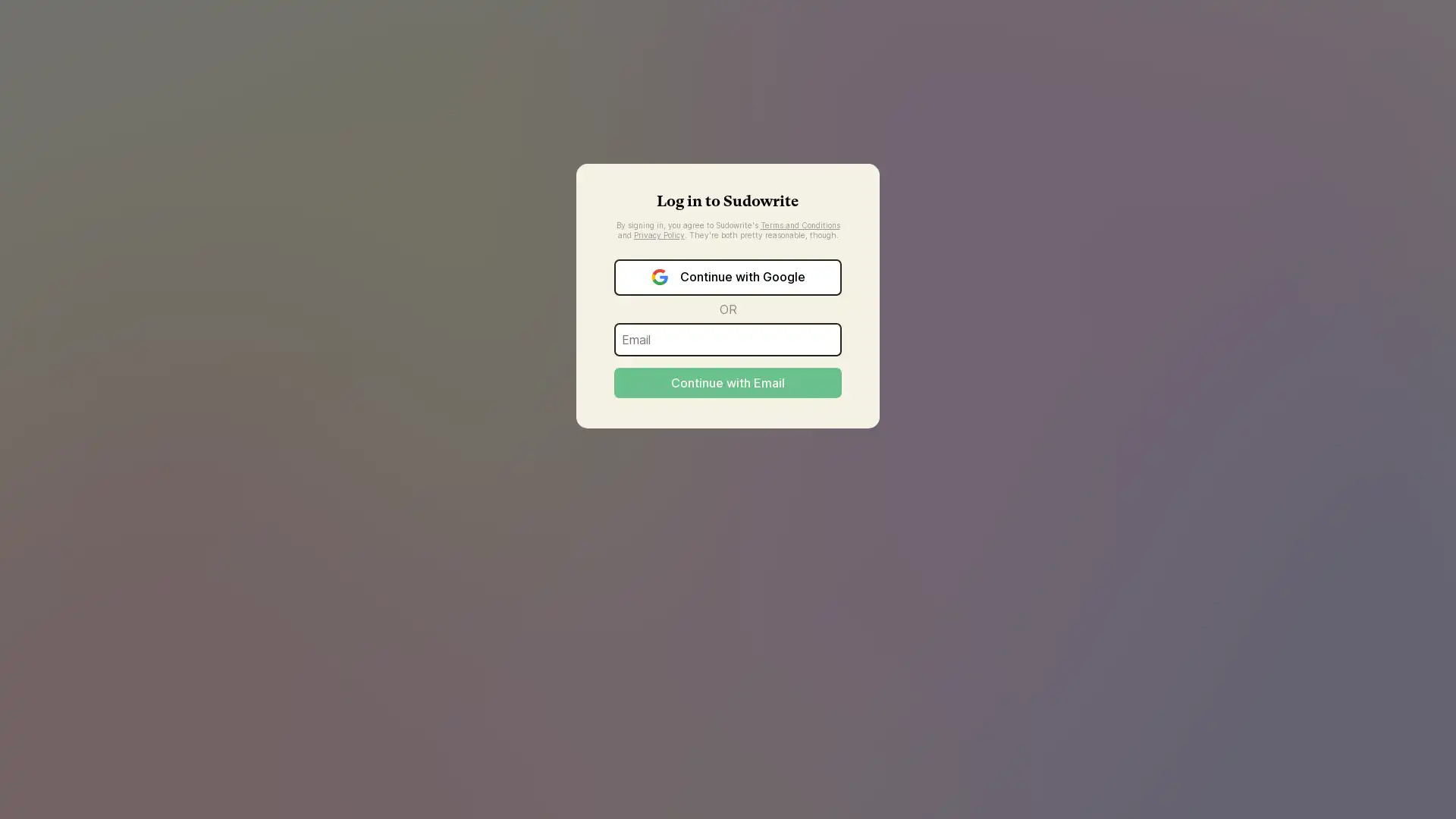 Image resolution: width=1456 pixels, height=819 pixels. What do you see at coordinates (728, 381) in the screenshot?
I see `Continue with Email` at bounding box center [728, 381].